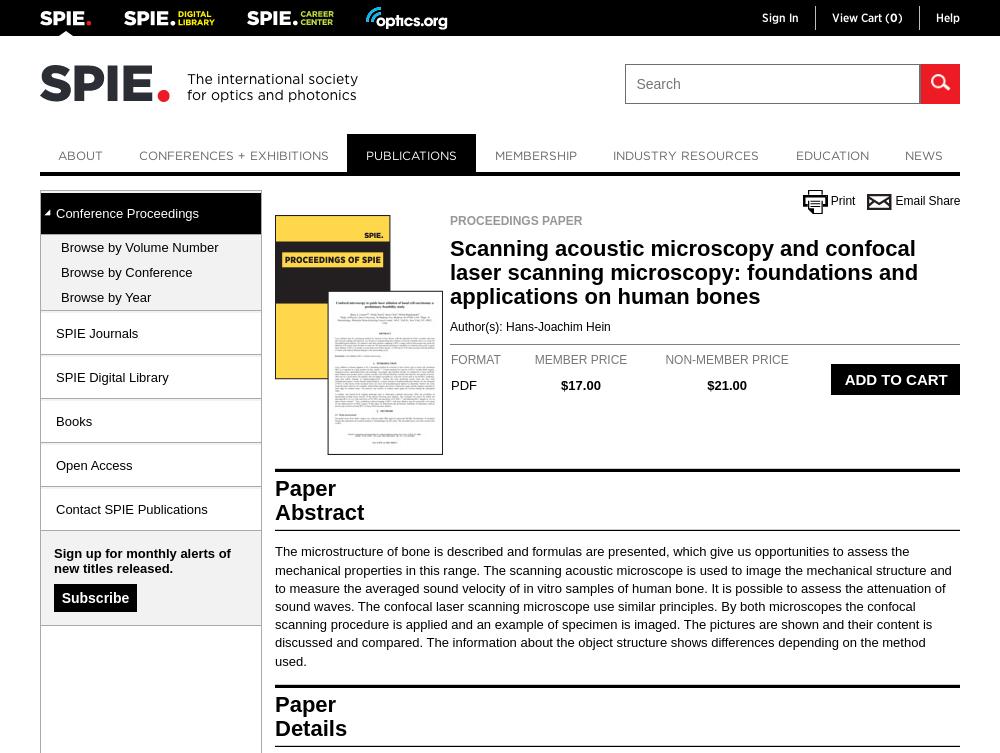  I want to click on 'Browse by Year', so click(105, 297).